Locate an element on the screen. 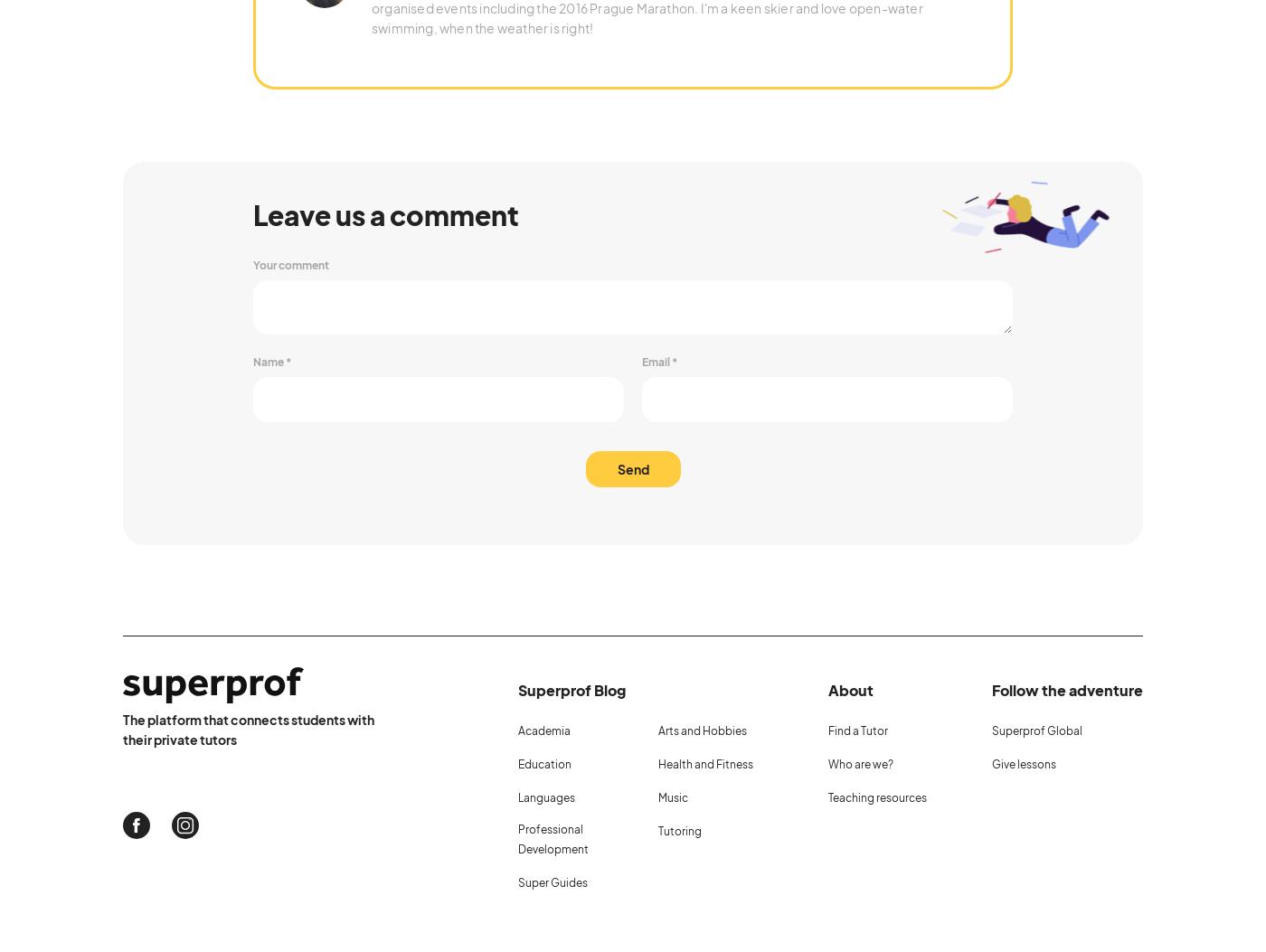  'Leave us a comment' is located at coordinates (386, 214).